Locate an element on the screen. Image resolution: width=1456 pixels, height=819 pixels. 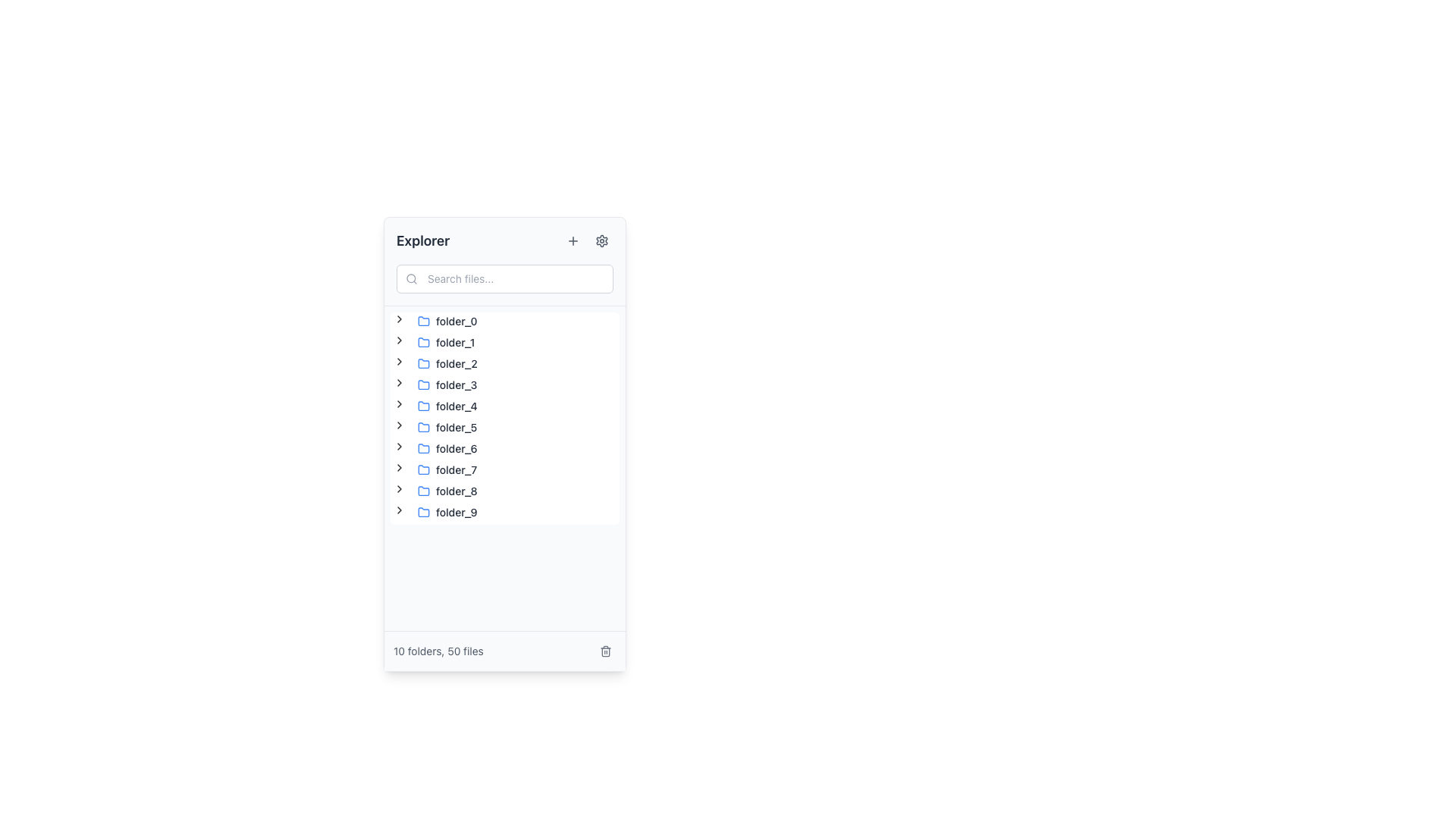
the collapsible icon is located at coordinates (400, 446).